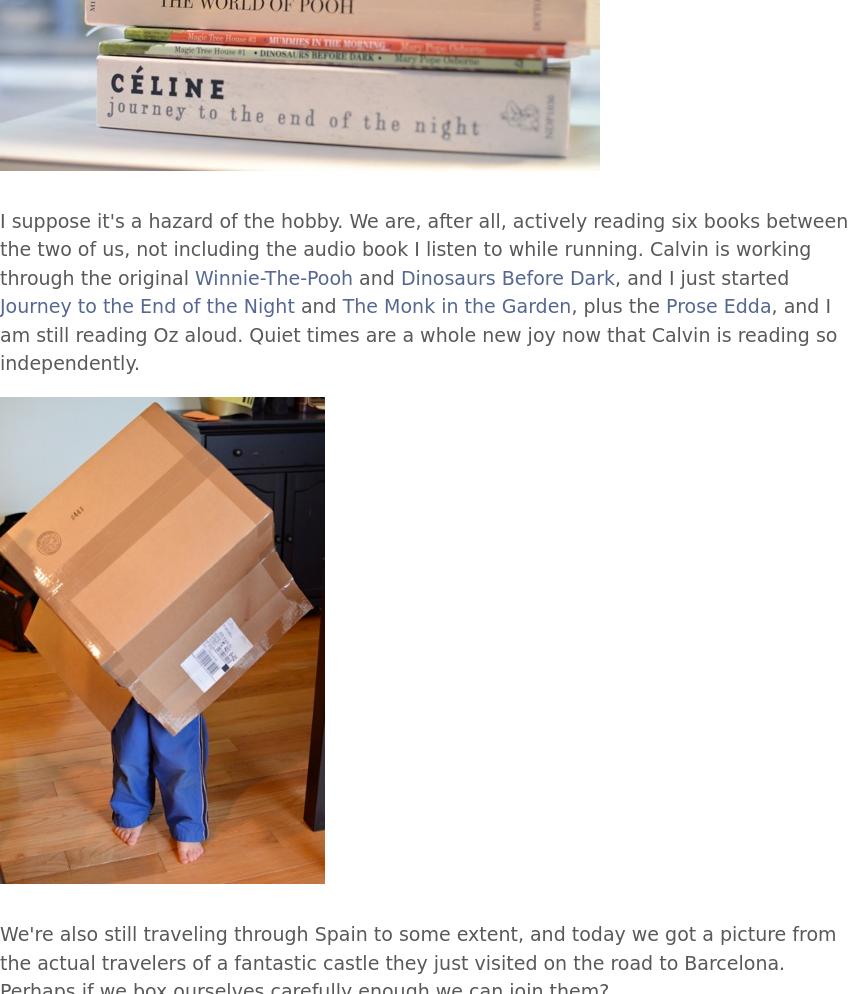 The height and width of the screenshot is (994, 854). I want to click on 'Prose Edda', so click(666, 305).